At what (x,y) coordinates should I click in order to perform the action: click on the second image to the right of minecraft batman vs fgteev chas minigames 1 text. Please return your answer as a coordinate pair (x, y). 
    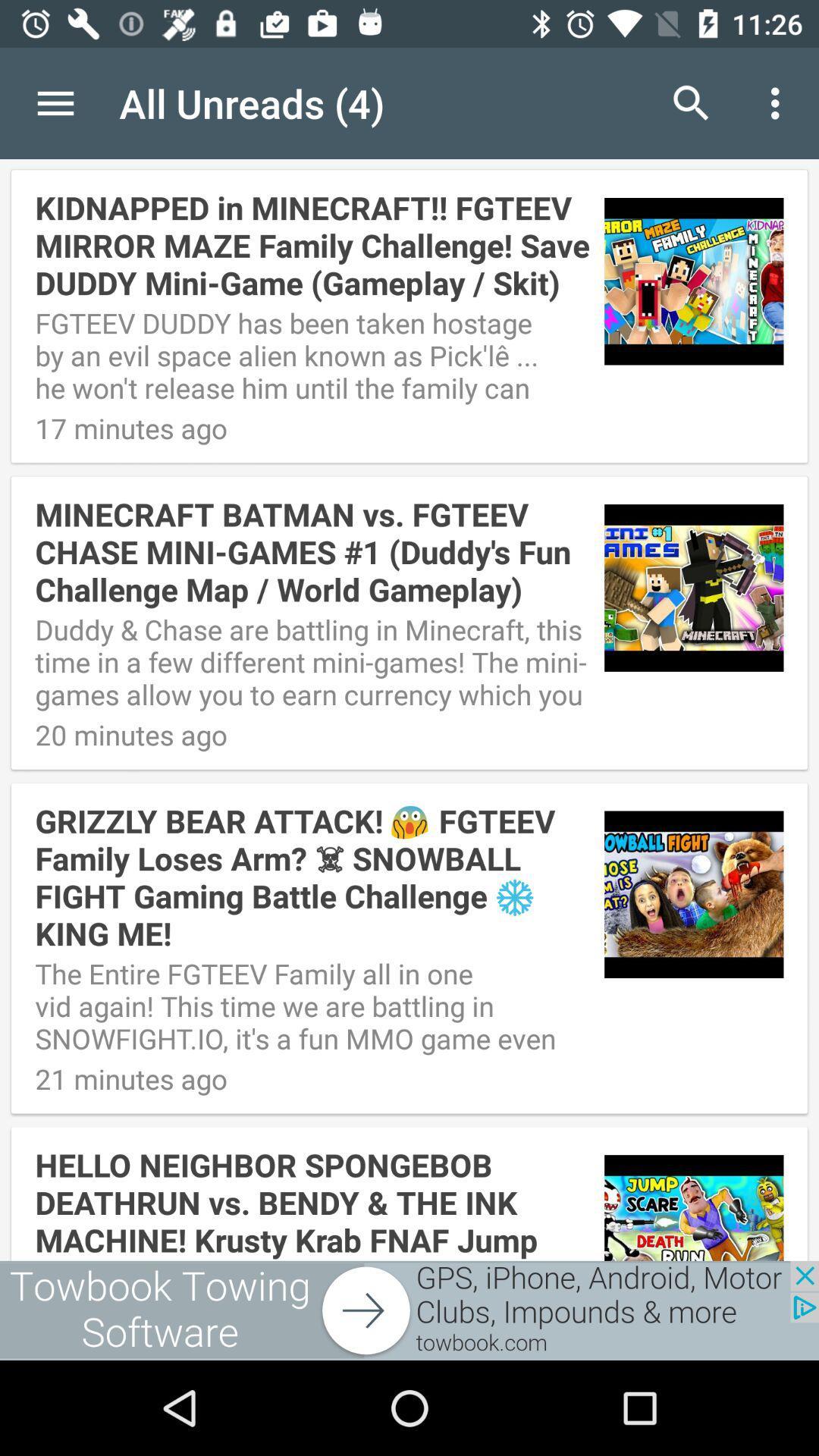
    Looking at the image, I should click on (694, 582).